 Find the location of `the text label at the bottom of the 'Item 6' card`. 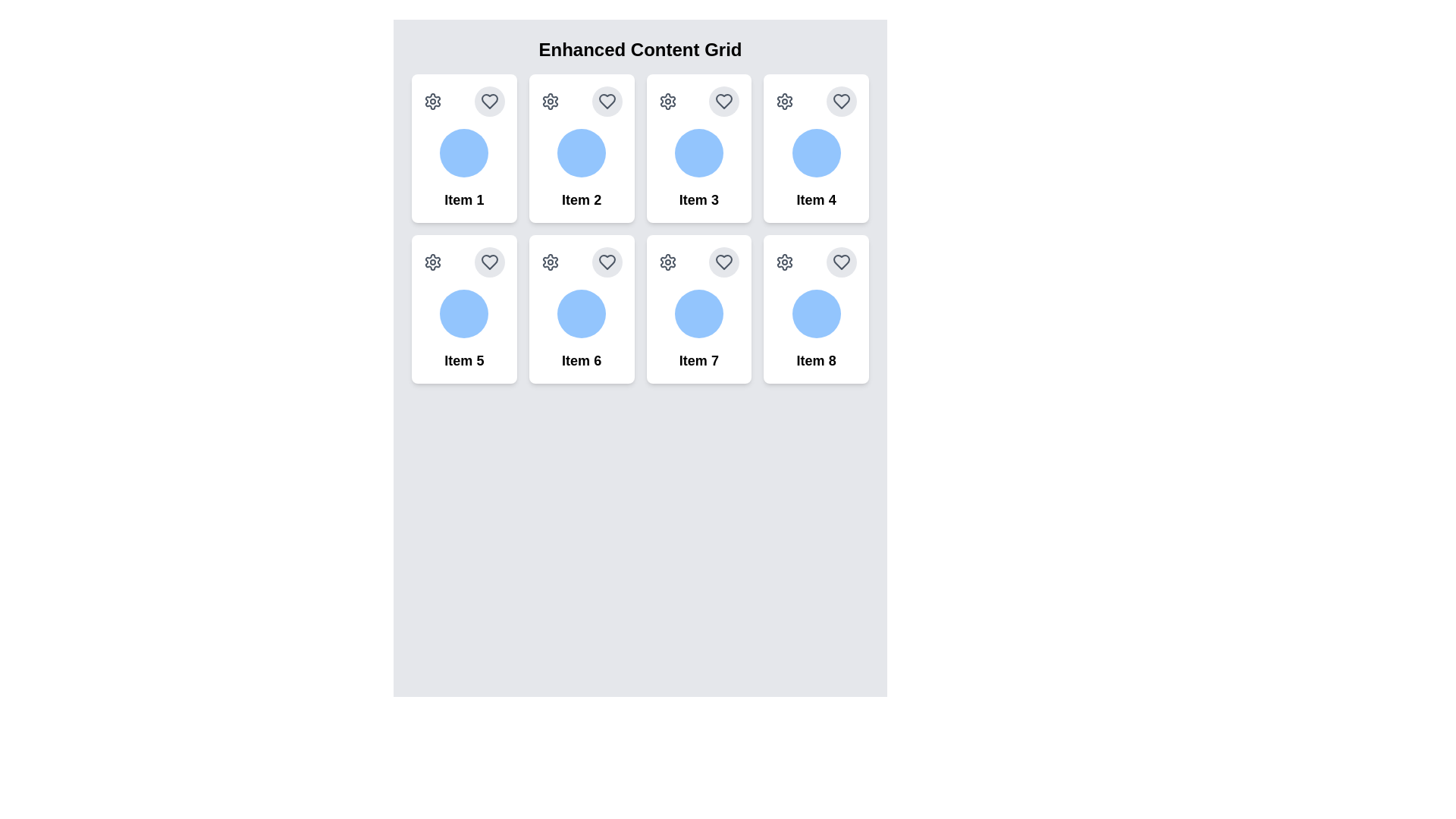

the text label at the bottom of the 'Item 6' card is located at coordinates (581, 360).